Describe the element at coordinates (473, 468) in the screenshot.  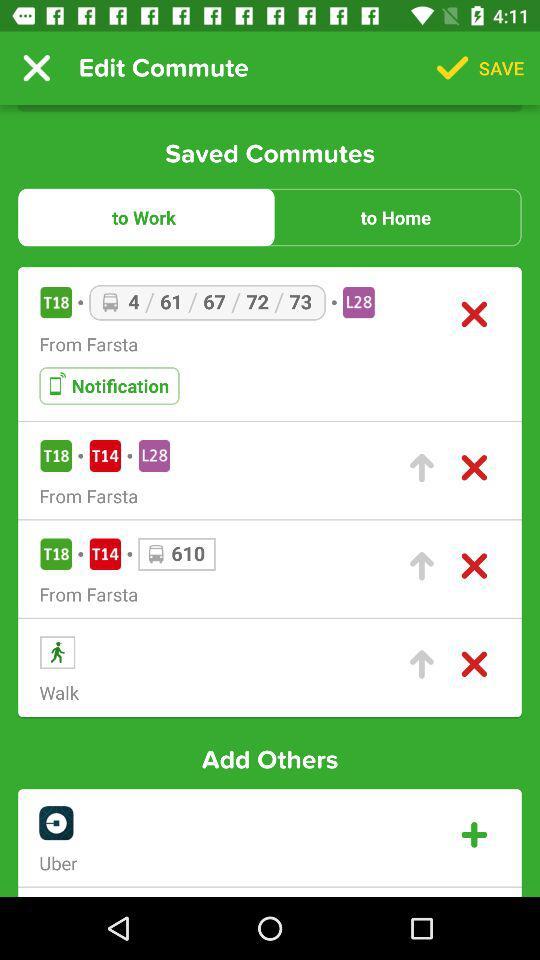
I see `remove commute` at that location.